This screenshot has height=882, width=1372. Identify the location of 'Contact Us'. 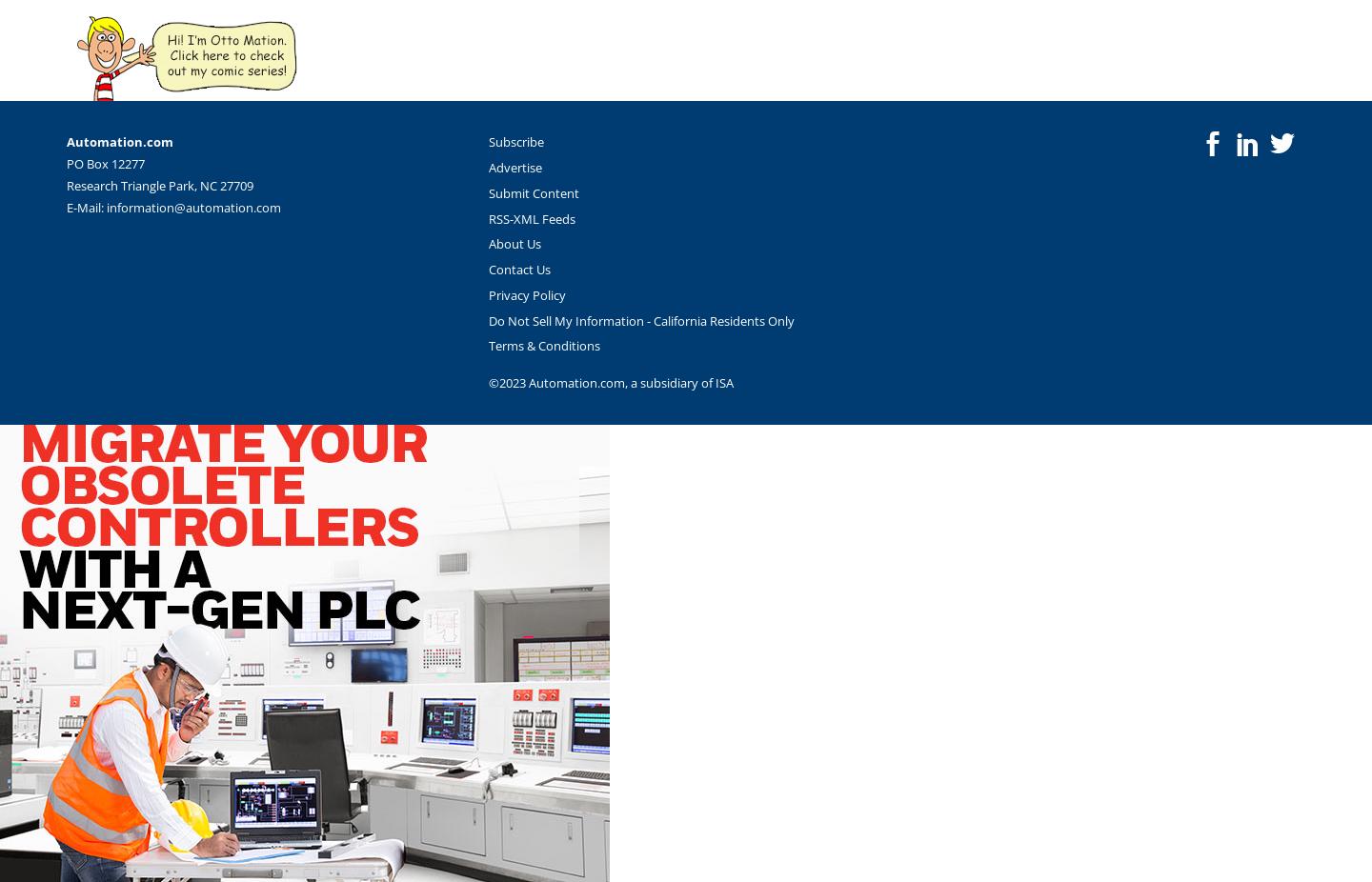
(519, 269).